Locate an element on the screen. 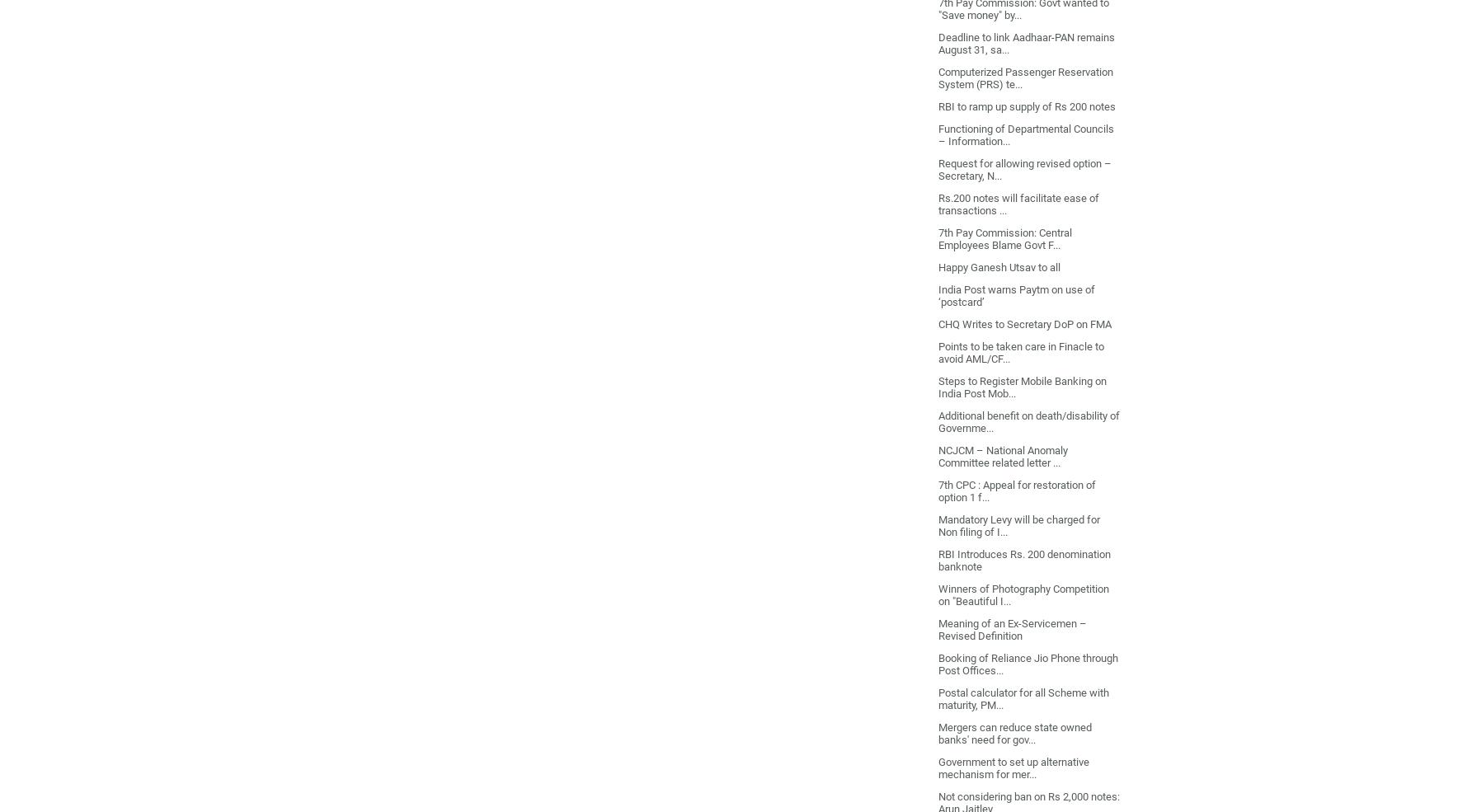 This screenshot has height=812, width=1472. 'Deadline to link Aadhaar-PAN remains August 31, sa...' is located at coordinates (938, 42).